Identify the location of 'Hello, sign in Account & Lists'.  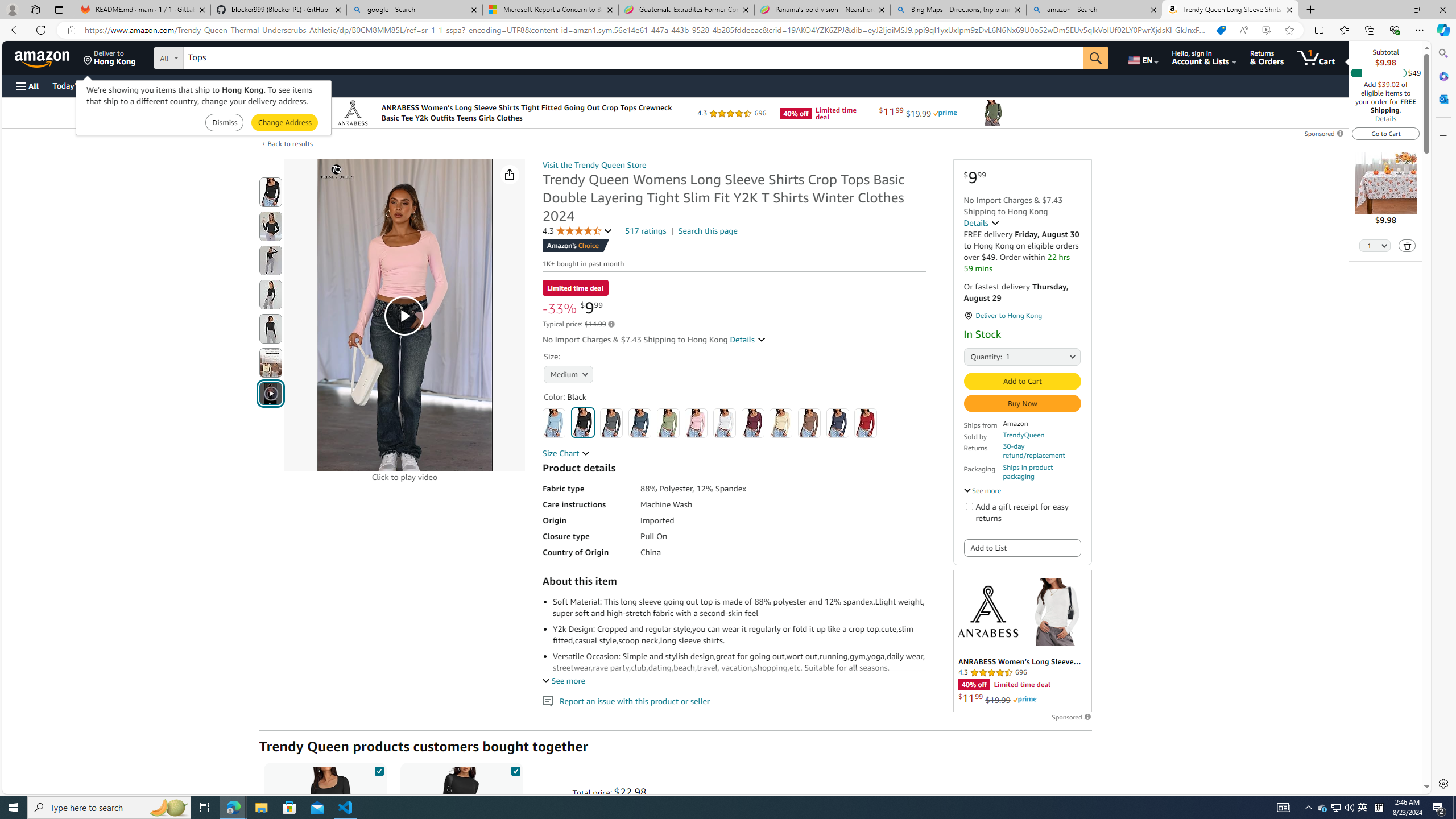
(1203, 57).